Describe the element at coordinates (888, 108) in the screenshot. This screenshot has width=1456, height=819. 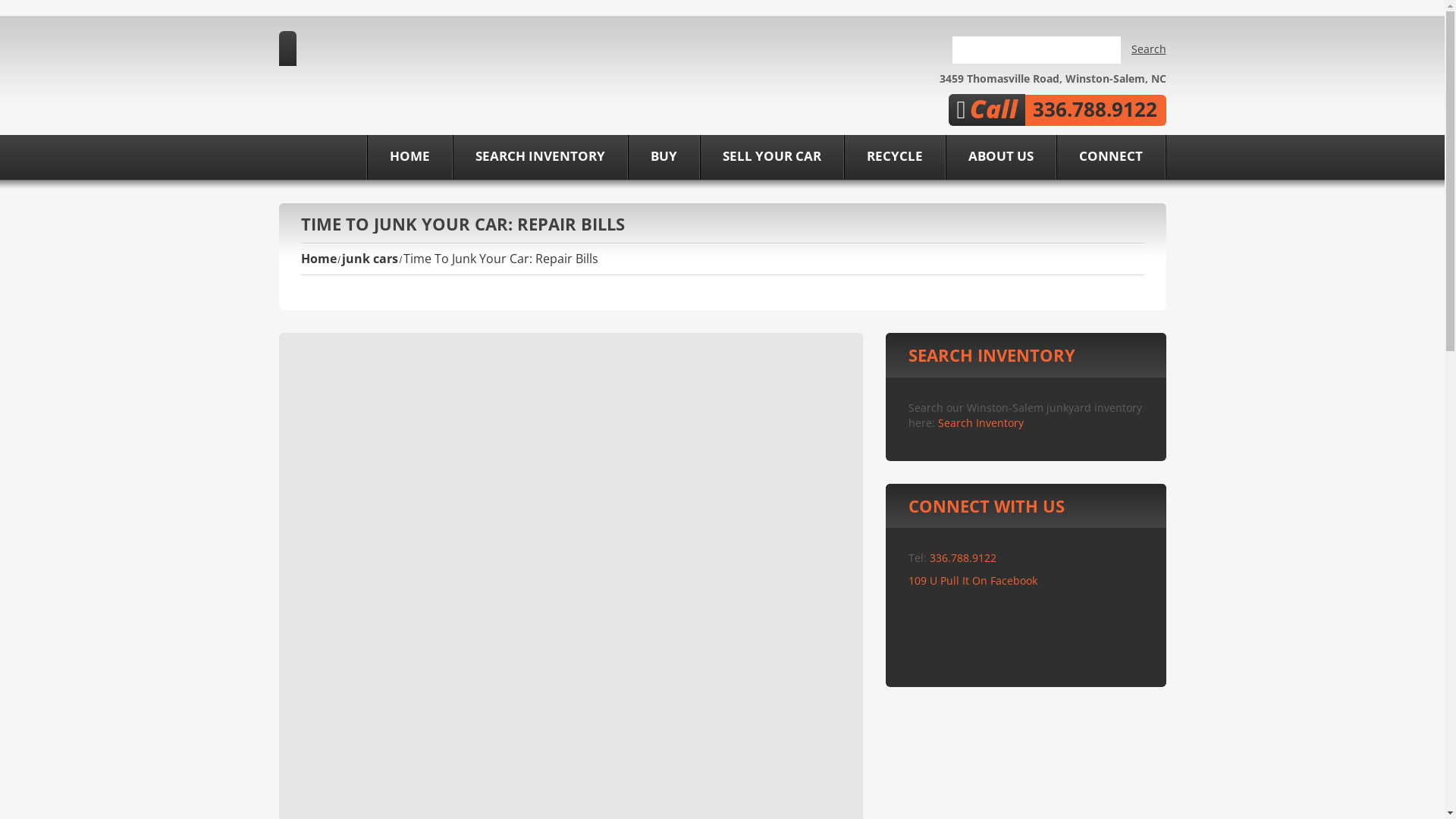
I see `'Like us on Facebook'` at that location.